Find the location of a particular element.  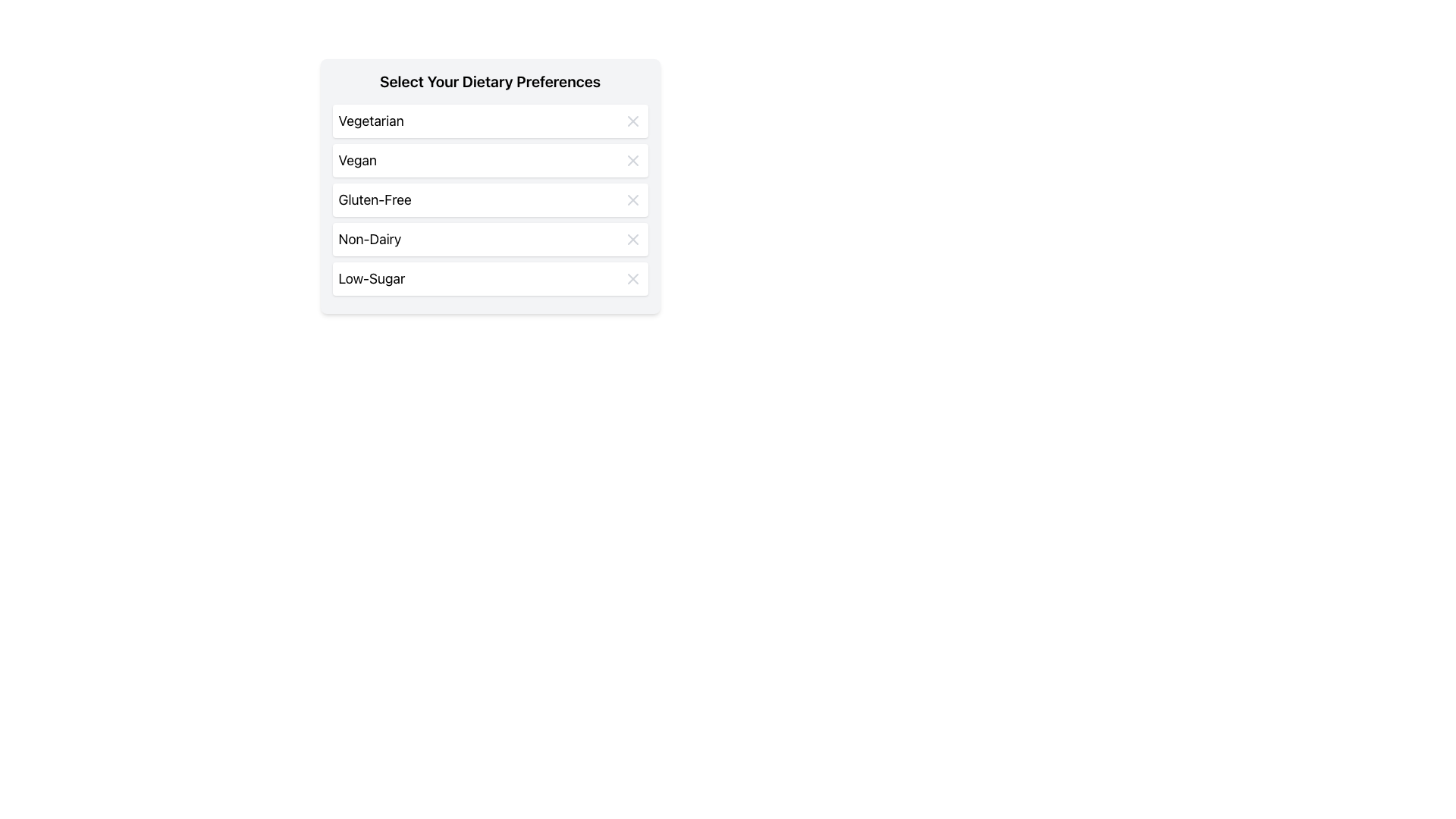

the Close icon located on the far right of the 'Non-Dairy' row is located at coordinates (632, 239).